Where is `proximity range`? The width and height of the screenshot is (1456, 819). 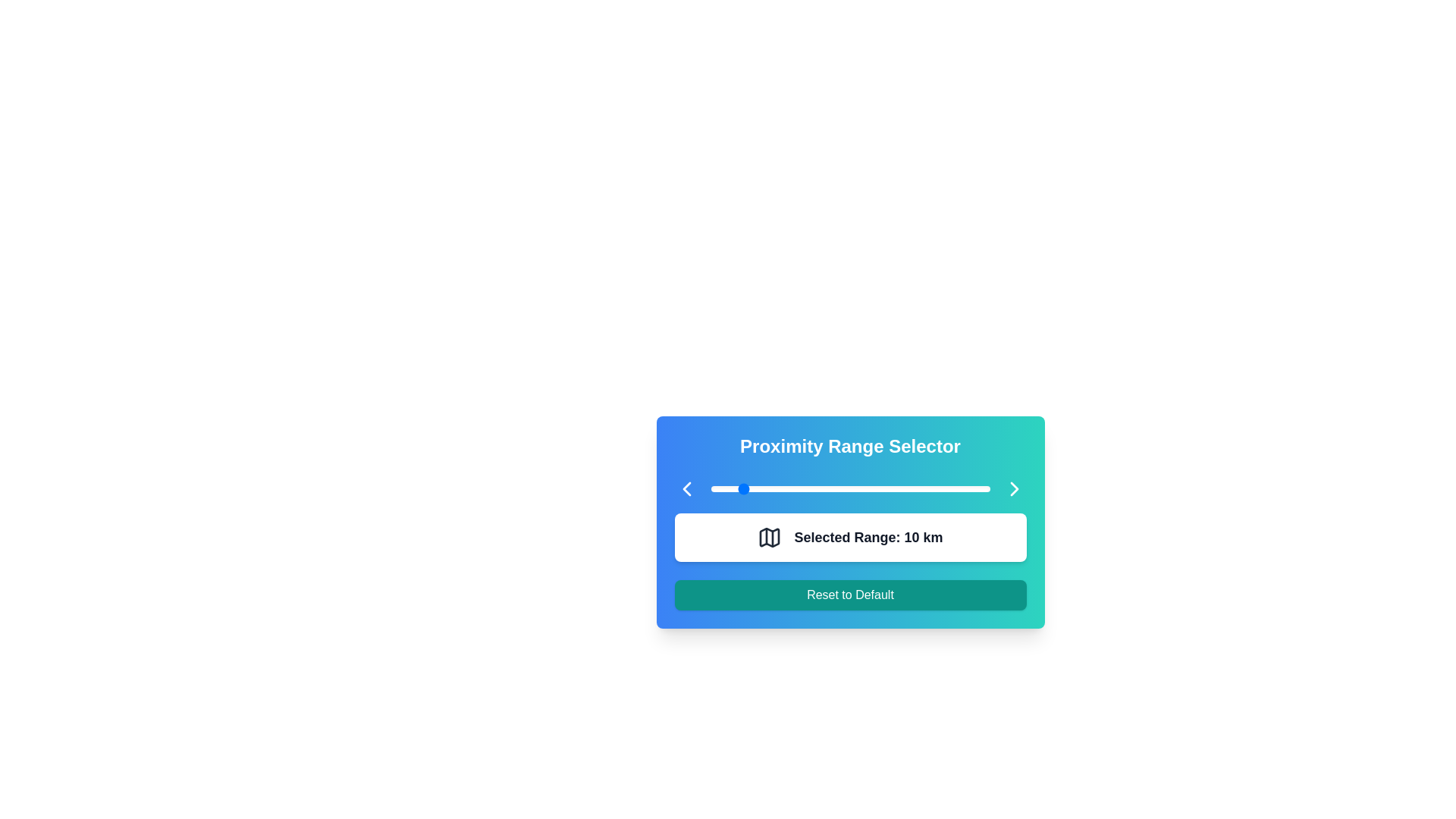
proximity range is located at coordinates (846, 488).